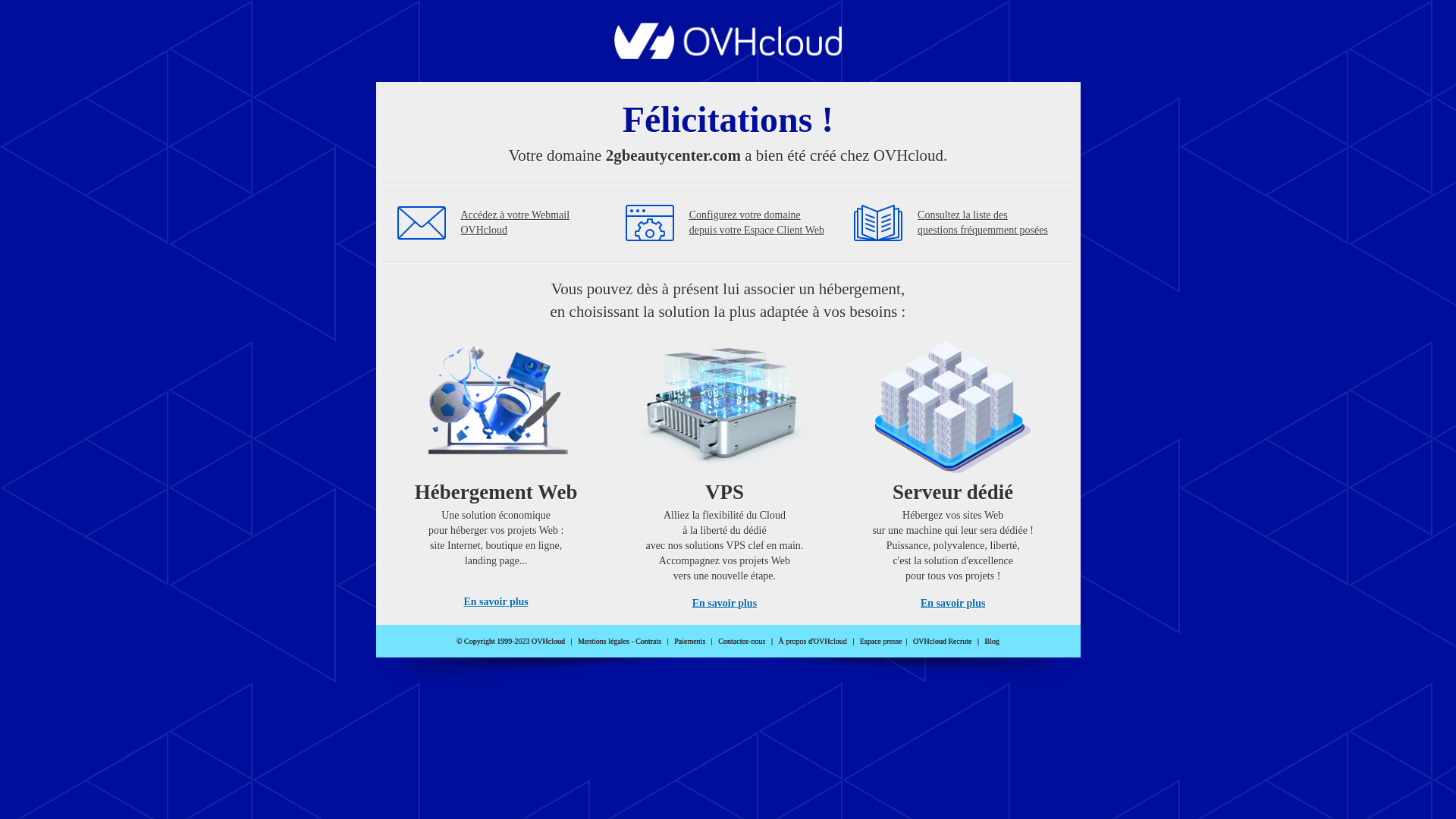 The image size is (1456, 819). Describe the element at coordinates (723, 469) in the screenshot. I see `'VPS'` at that location.